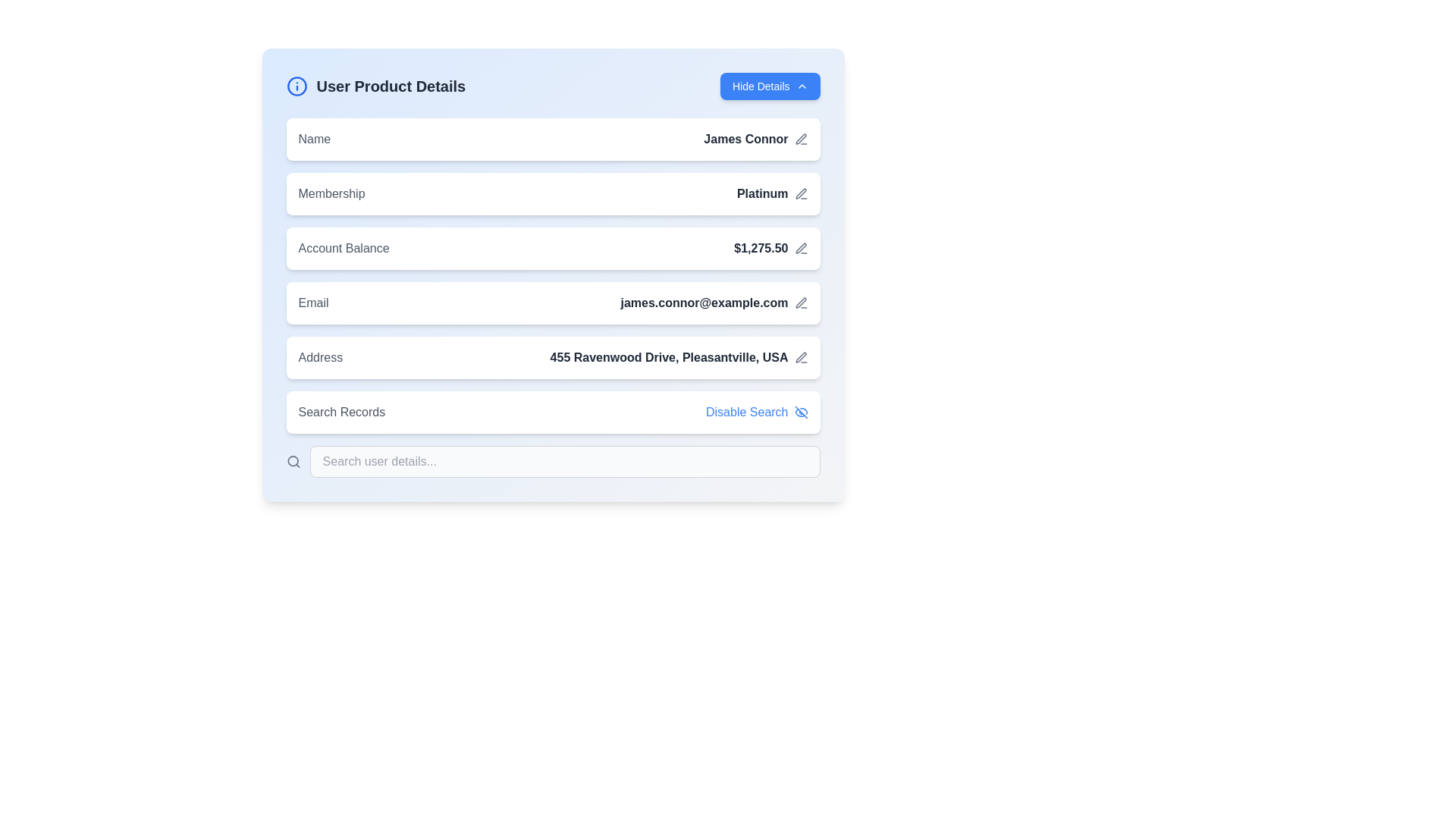 Image resolution: width=1456 pixels, height=819 pixels. What do you see at coordinates (800, 357) in the screenshot?
I see `the pen icon button located at the right end of the 'Address' row, which signifies edit or modify actions` at bounding box center [800, 357].